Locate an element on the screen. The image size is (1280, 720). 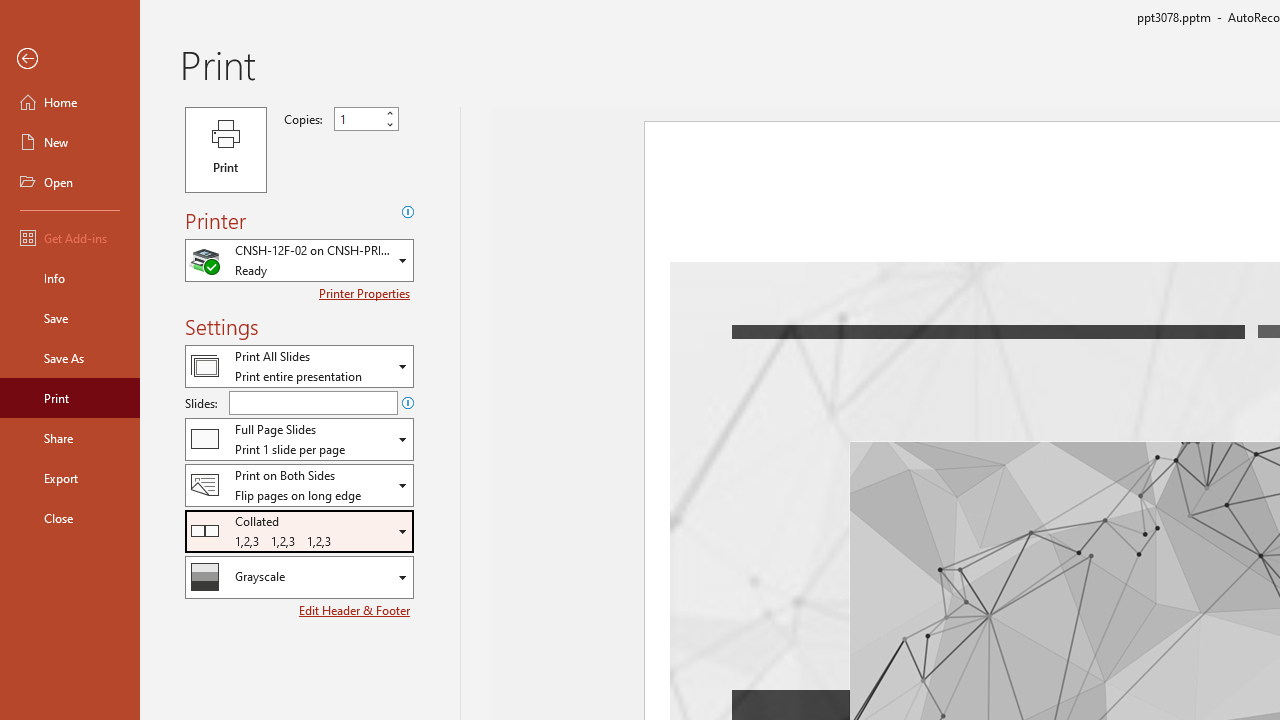
'Print' is located at coordinates (226, 149).